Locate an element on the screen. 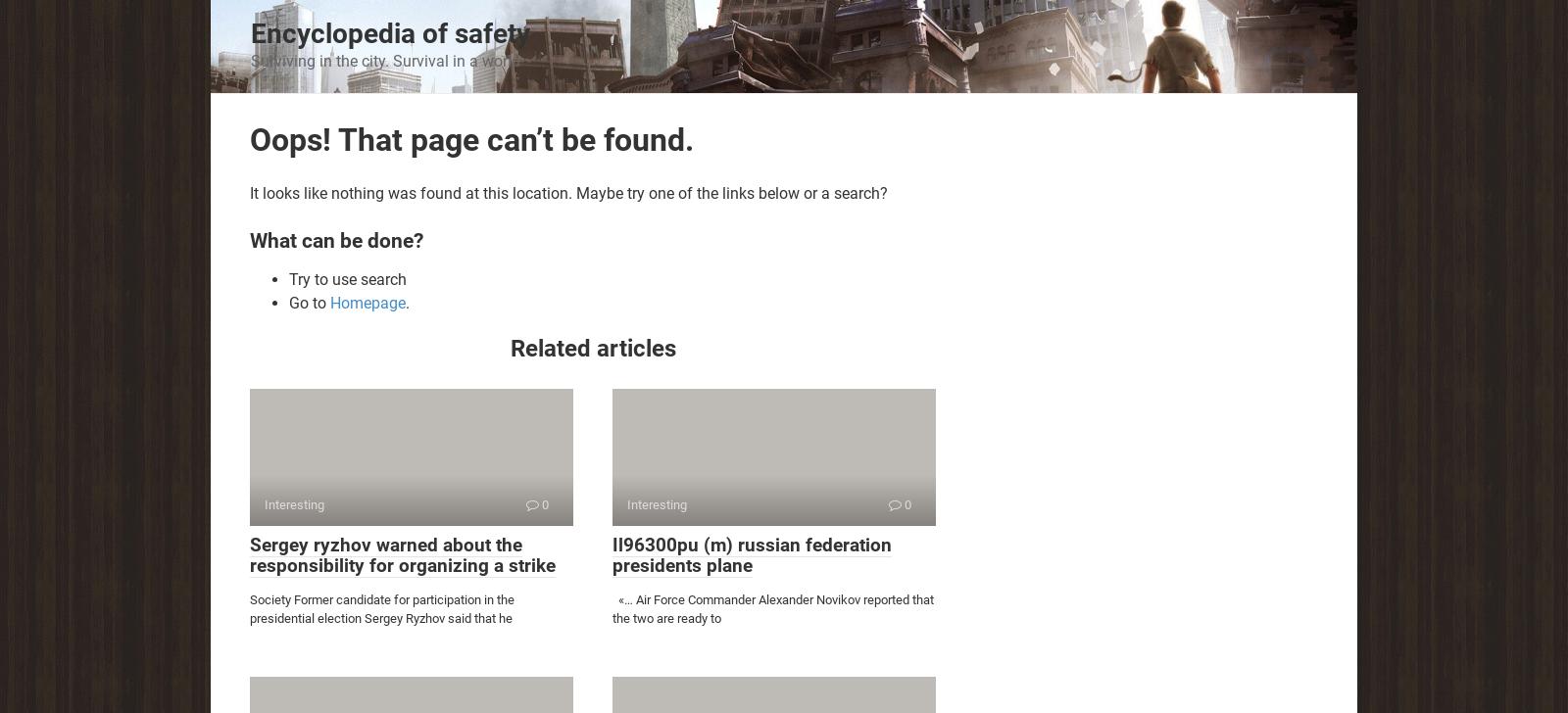  'Oops! That page can’t be found.' is located at coordinates (470, 139).